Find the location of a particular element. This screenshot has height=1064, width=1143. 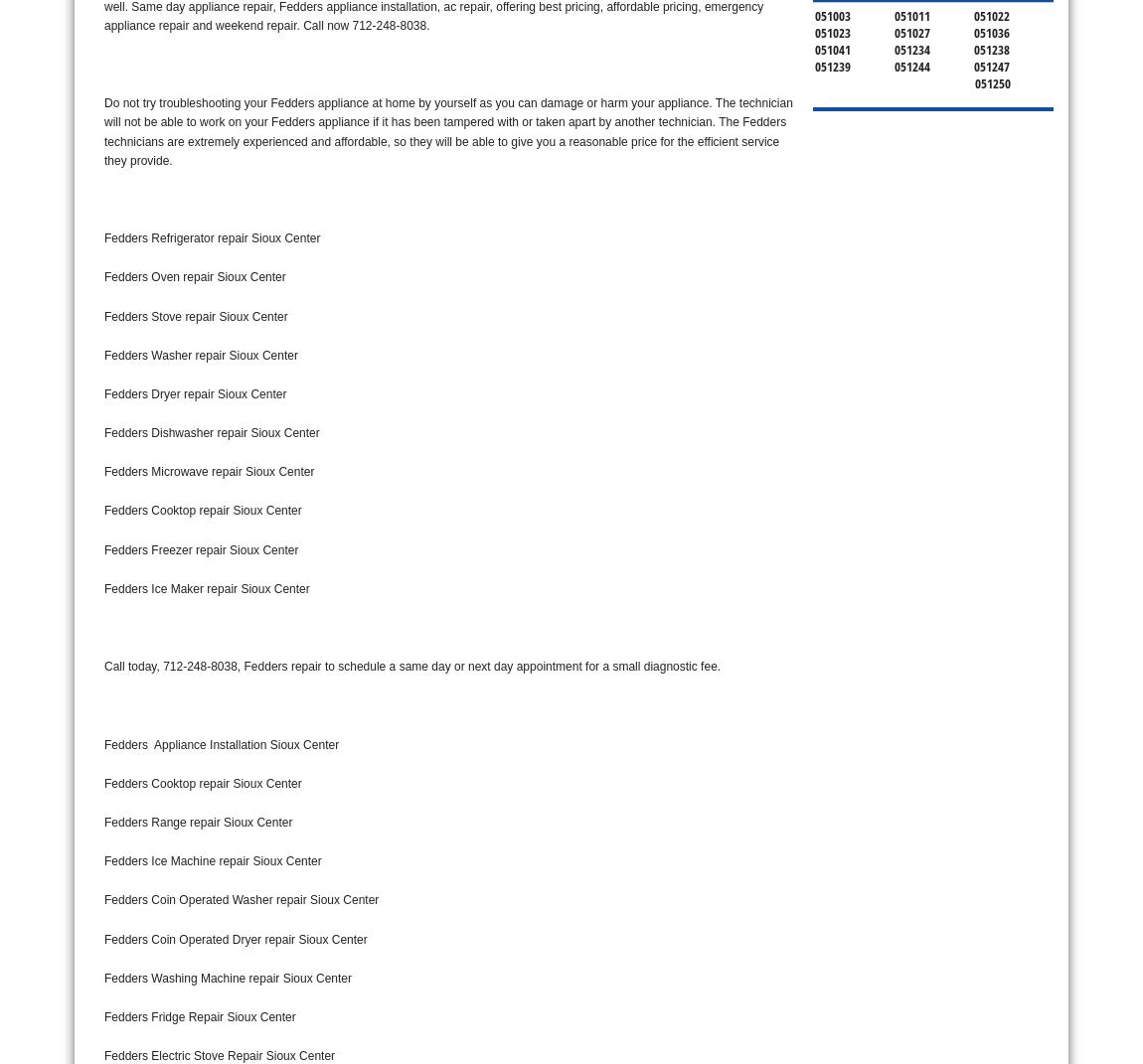

'051011' is located at coordinates (911, 13).